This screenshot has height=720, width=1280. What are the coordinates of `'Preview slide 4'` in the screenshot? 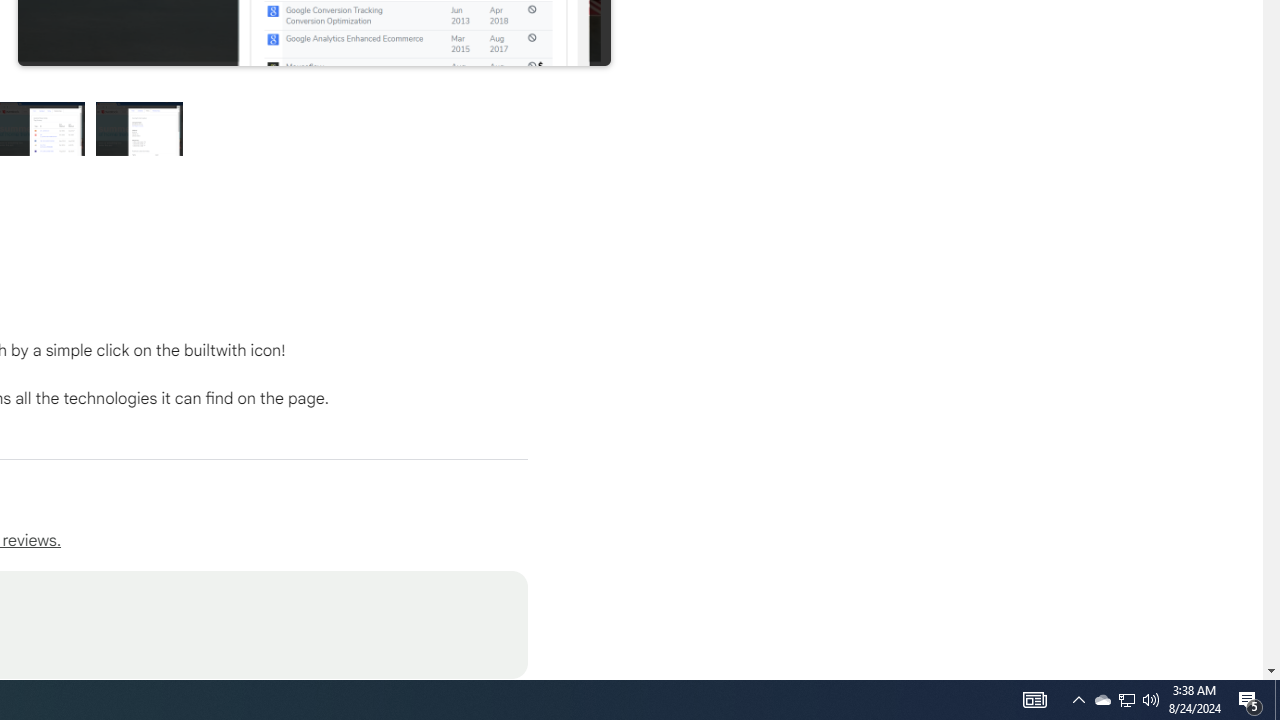 It's located at (139, 128).